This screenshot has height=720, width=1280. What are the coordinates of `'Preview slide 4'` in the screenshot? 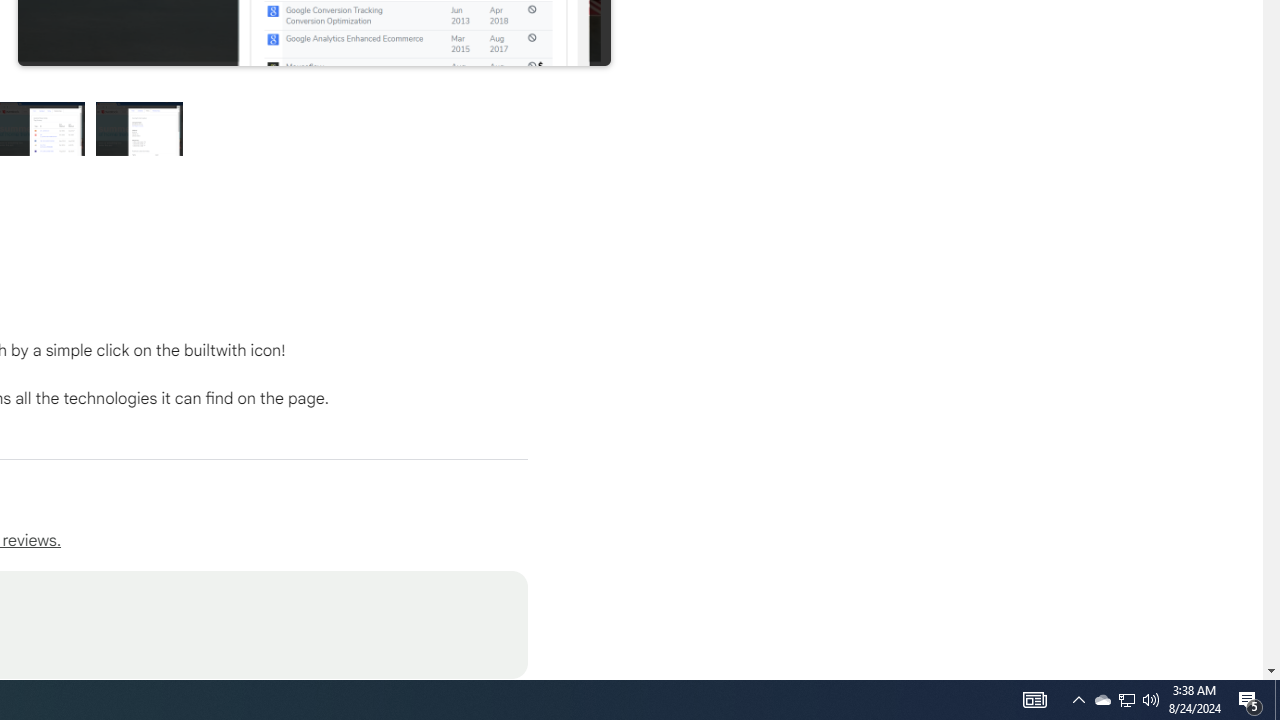 It's located at (139, 128).